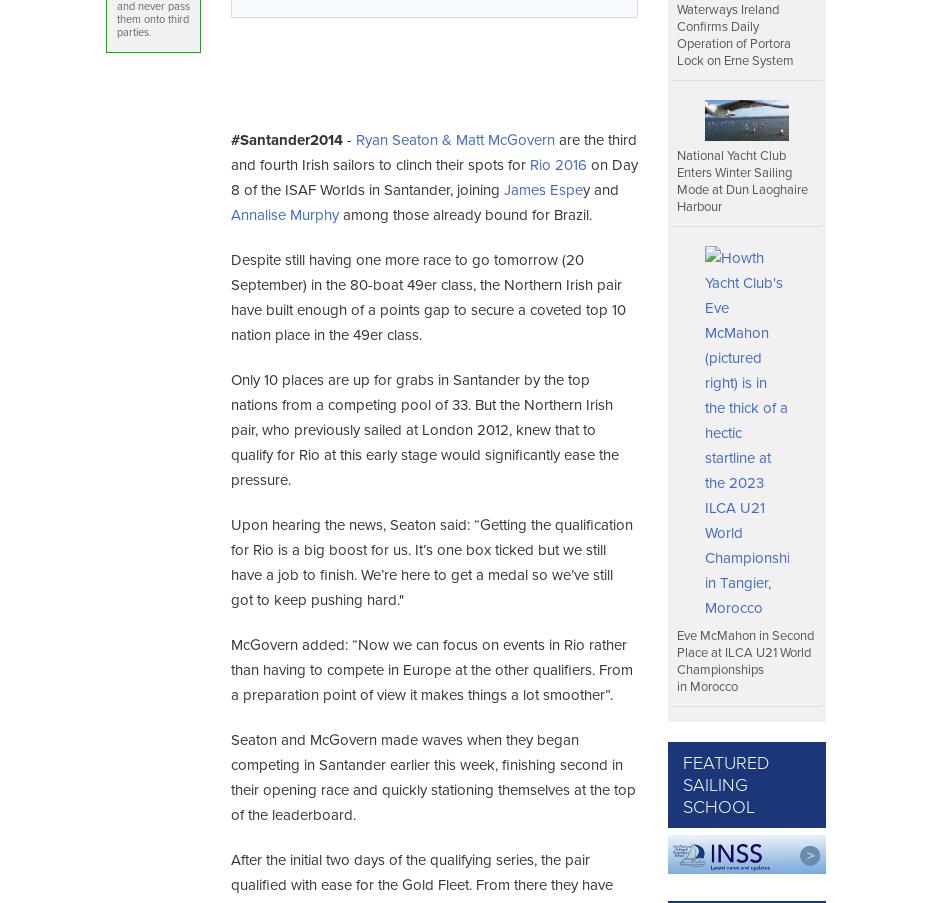  Describe the element at coordinates (742, 180) in the screenshot. I see `'National Yacht Club Enters Winter Sailing Mode at Dun Laoghaire Harbour'` at that location.